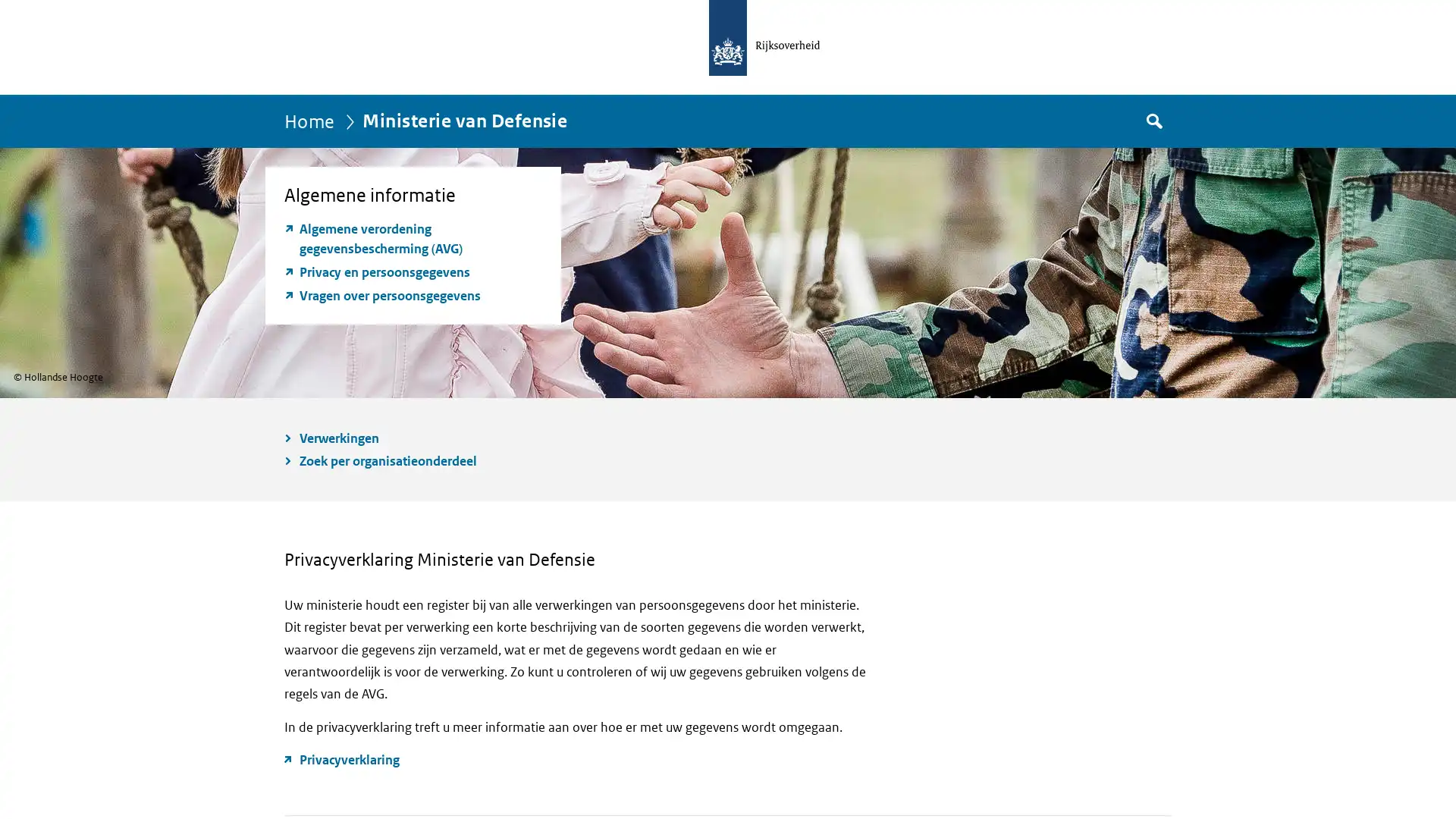  I want to click on Zoek, so click(1153, 120).